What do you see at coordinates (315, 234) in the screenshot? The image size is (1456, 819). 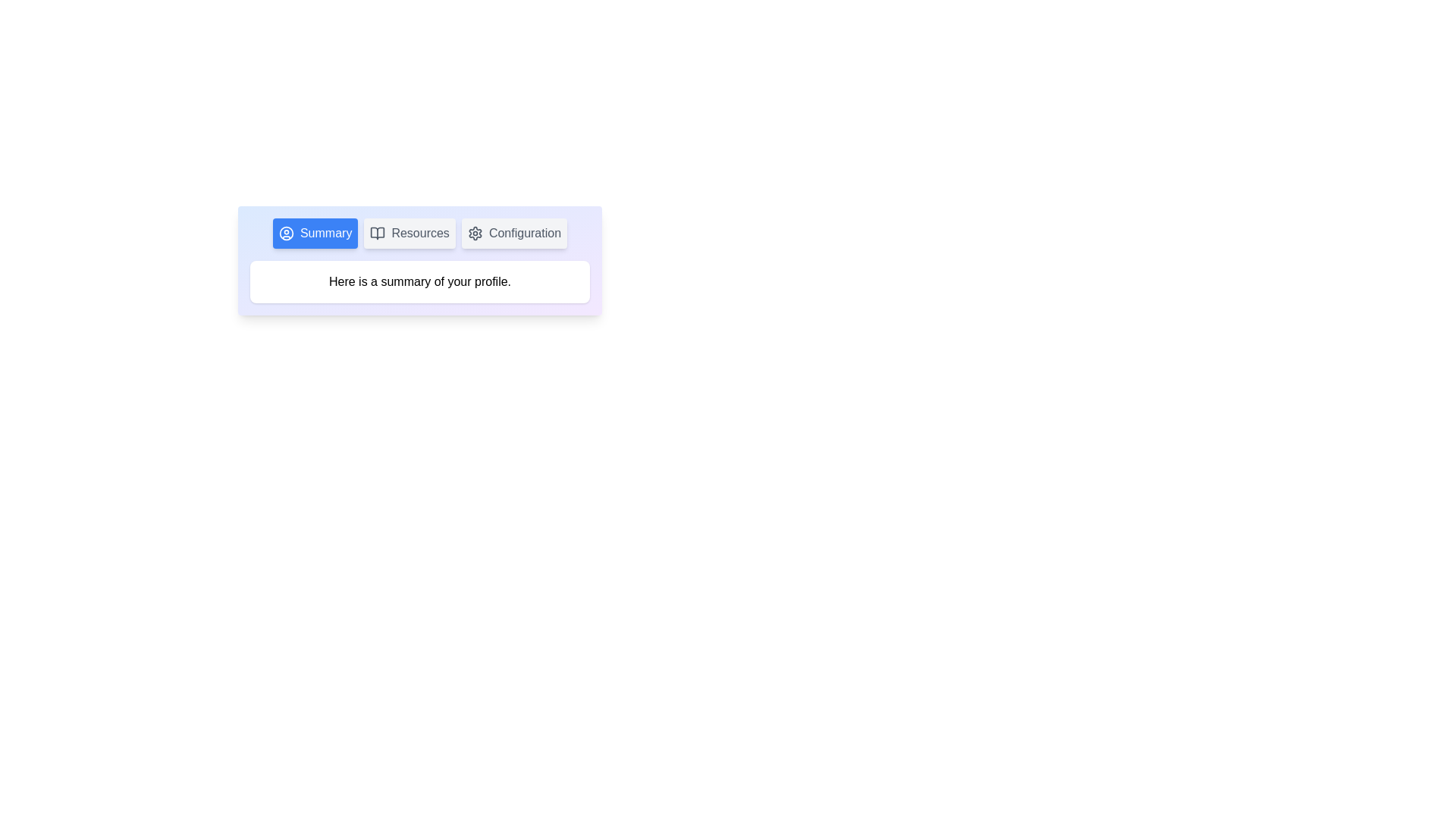 I see `the Summary tab by clicking on its button` at bounding box center [315, 234].